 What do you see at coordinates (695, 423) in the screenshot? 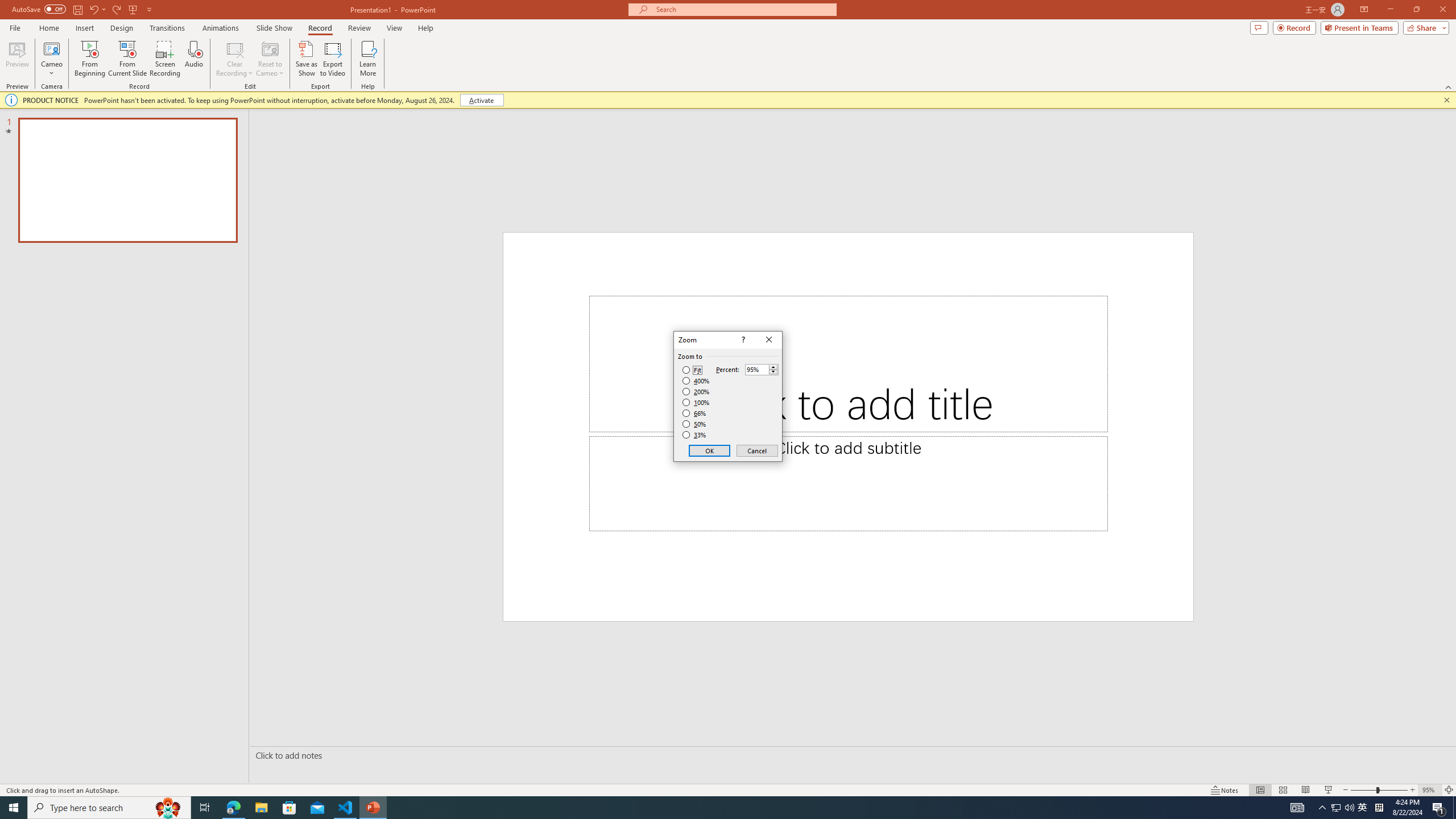
I see `'50%'` at bounding box center [695, 423].